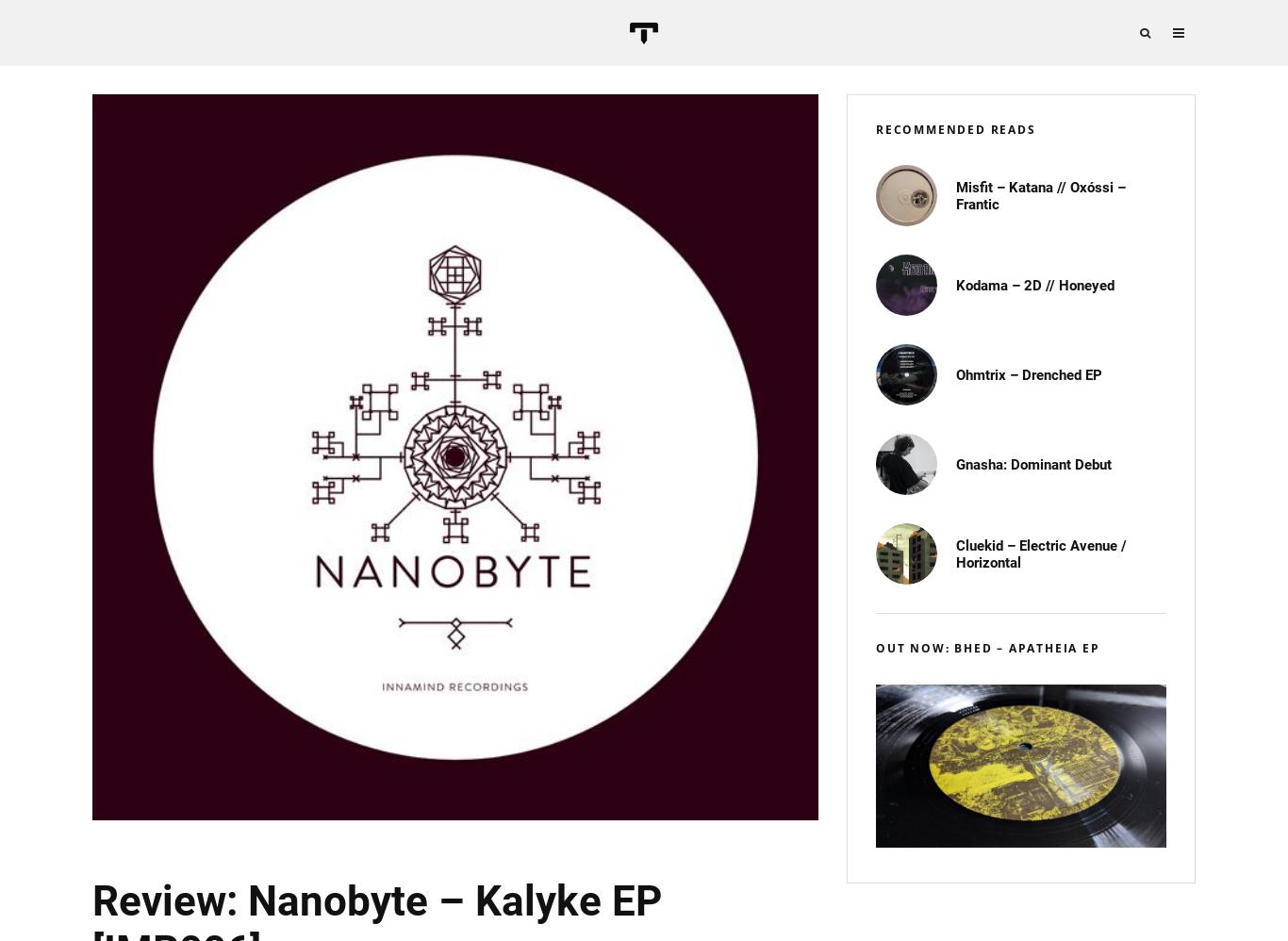 The width and height of the screenshot is (1288, 941). I want to click on 'OUT NOW: BHED – APATHEIA EP', so click(986, 647).